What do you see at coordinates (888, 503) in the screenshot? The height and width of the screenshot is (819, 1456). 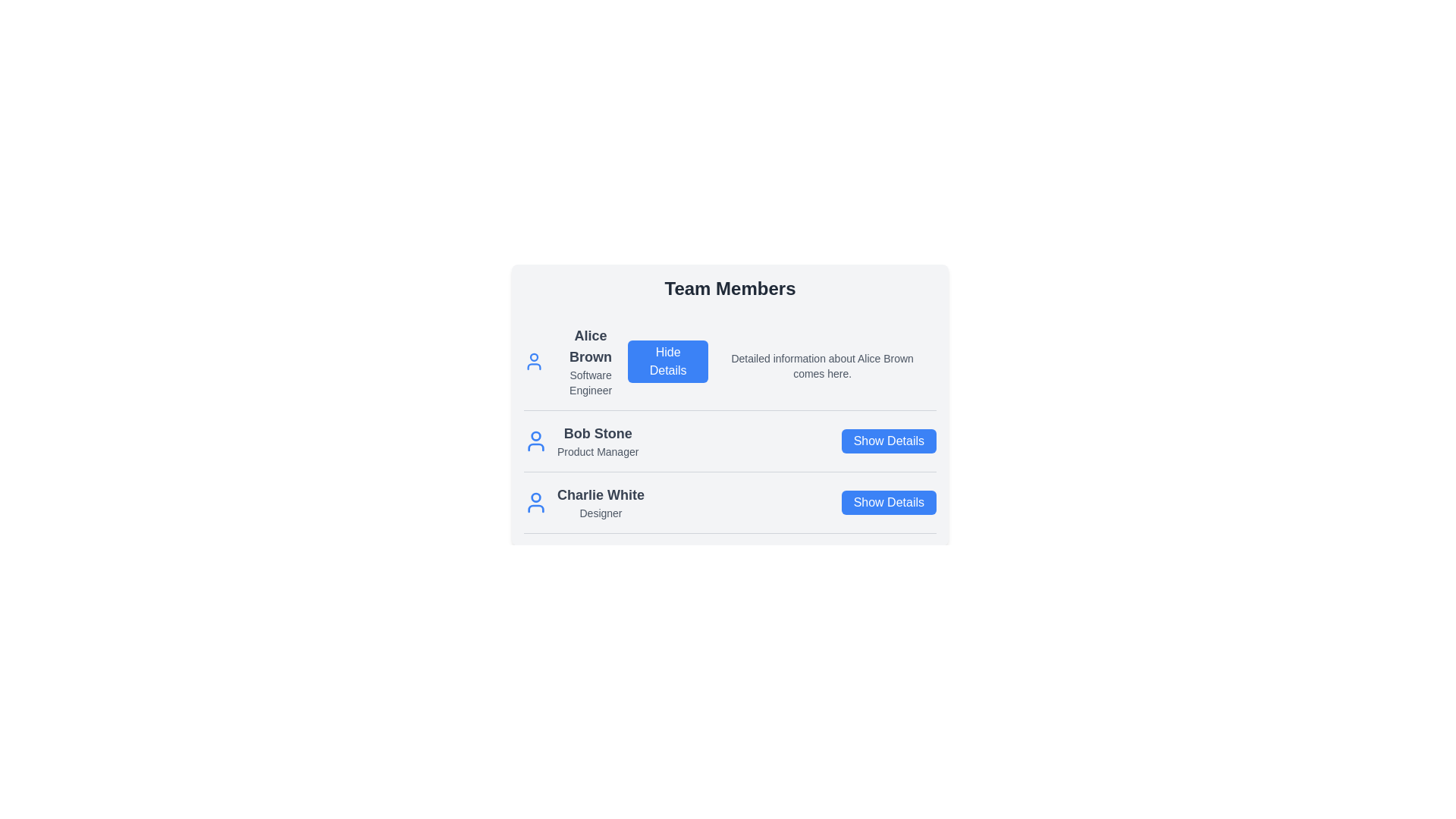 I see `the button corresponding to Charlie White to toggle the visibility of their details` at bounding box center [888, 503].